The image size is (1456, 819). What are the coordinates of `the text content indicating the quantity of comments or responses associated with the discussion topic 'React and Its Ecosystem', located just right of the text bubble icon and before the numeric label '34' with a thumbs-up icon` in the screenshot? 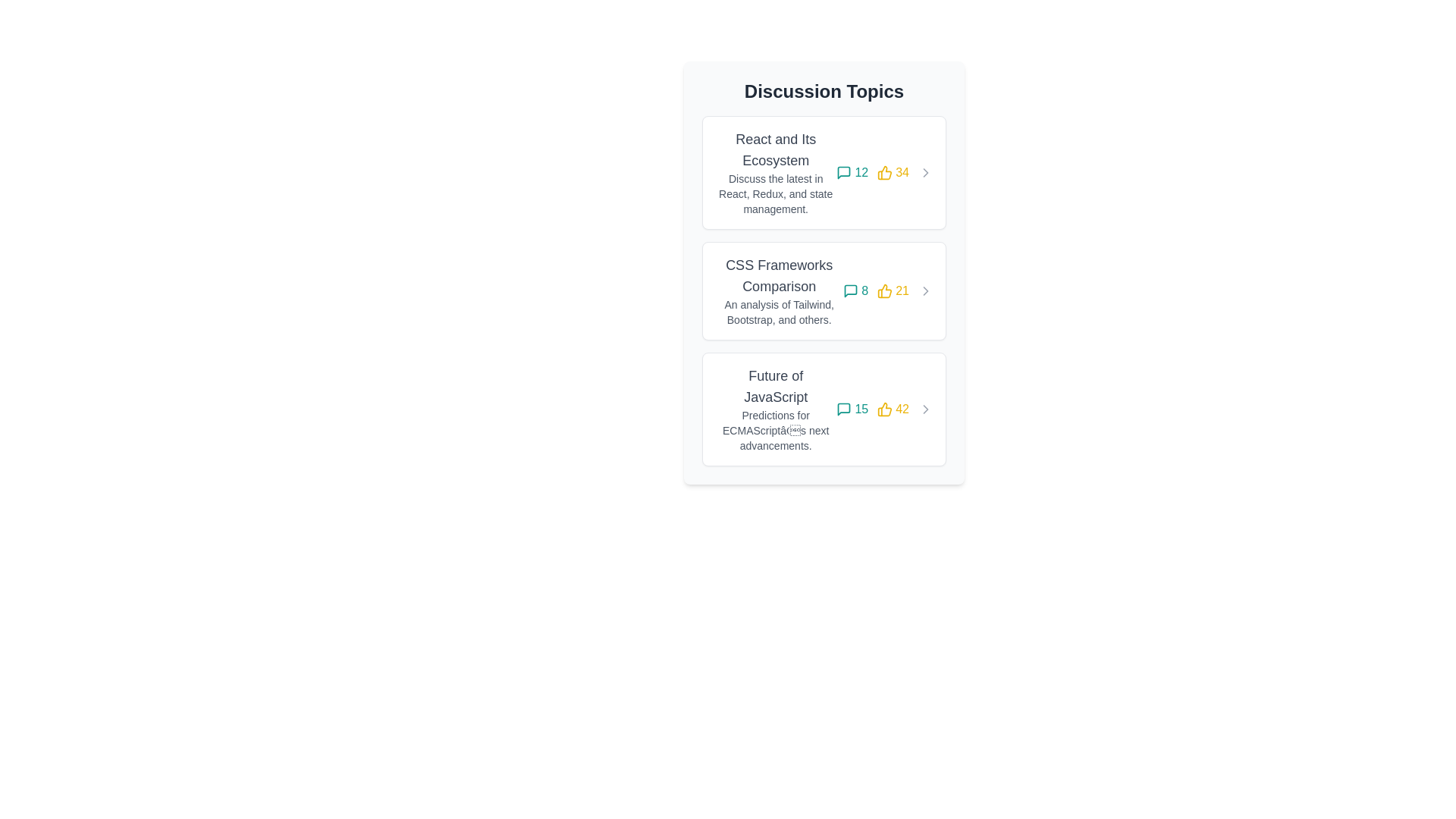 It's located at (861, 171).